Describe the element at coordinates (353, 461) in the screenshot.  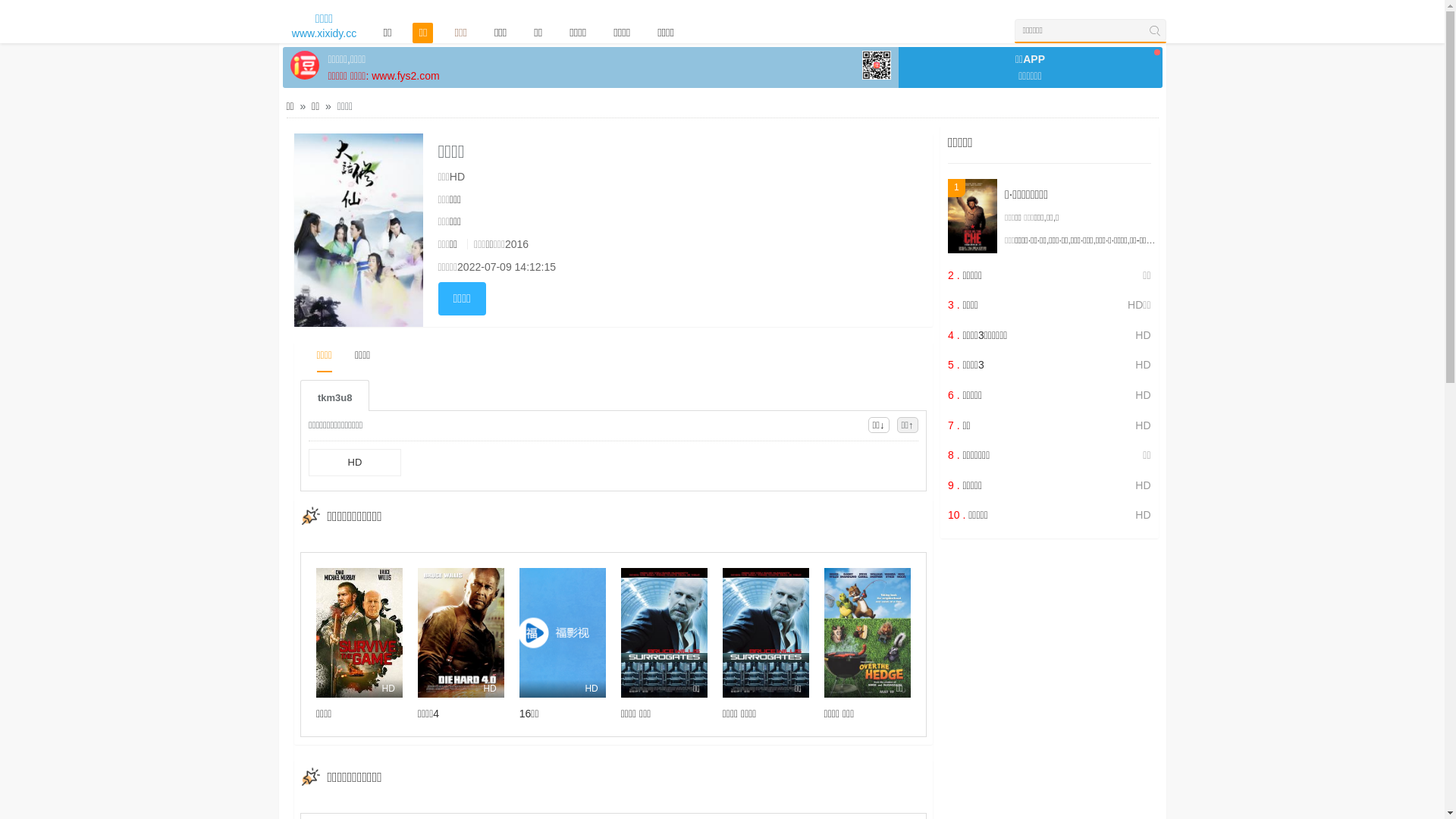
I see `'HD'` at that location.